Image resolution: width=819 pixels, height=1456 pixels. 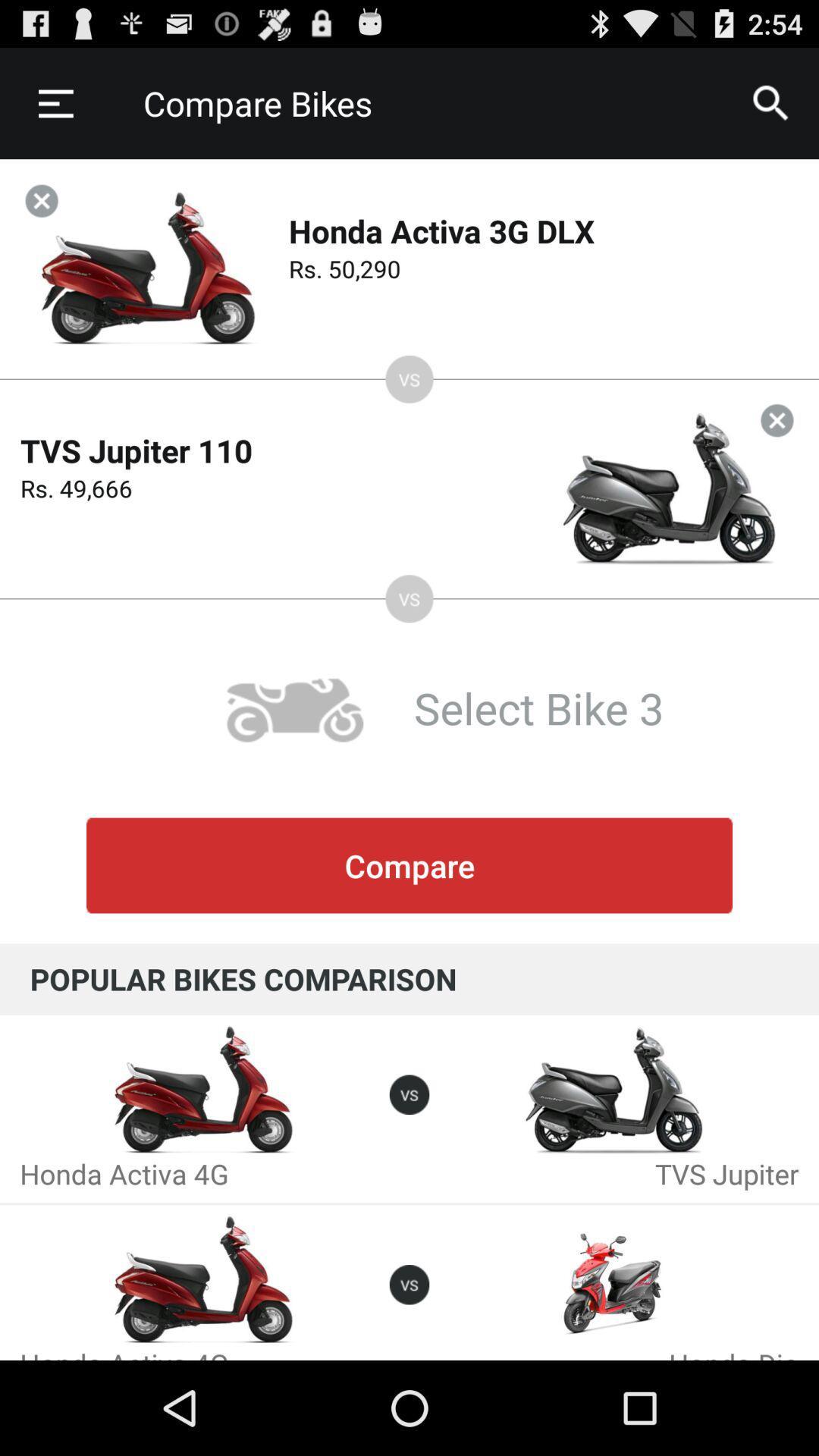 What do you see at coordinates (41, 200) in the screenshot?
I see `the page` at bounding box center [41, 200].